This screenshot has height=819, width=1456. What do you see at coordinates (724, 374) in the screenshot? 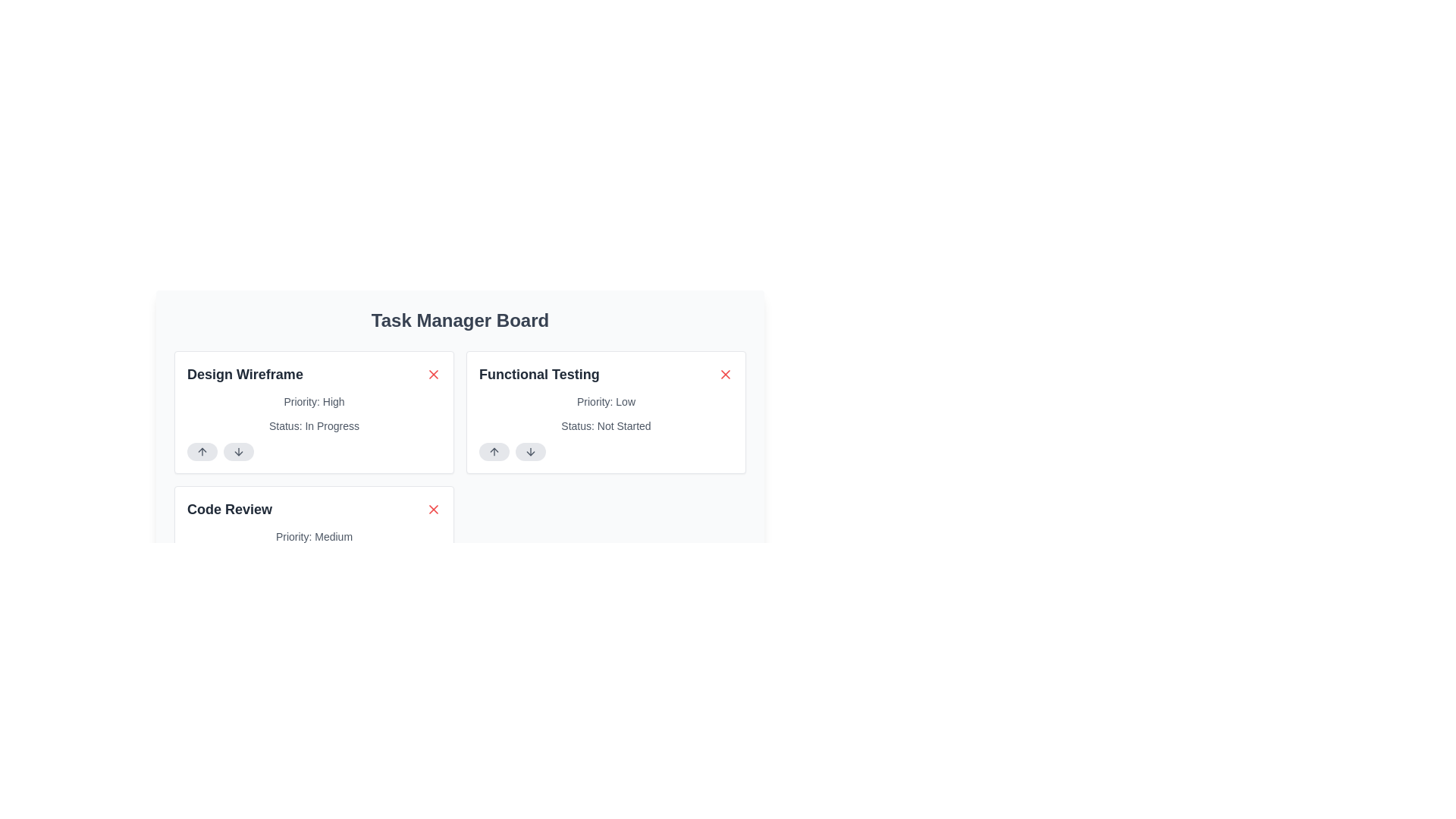
I see `the red close icon located in the top-right corner of the 'Functional Testing' task card` at bounding box center [724, 374].